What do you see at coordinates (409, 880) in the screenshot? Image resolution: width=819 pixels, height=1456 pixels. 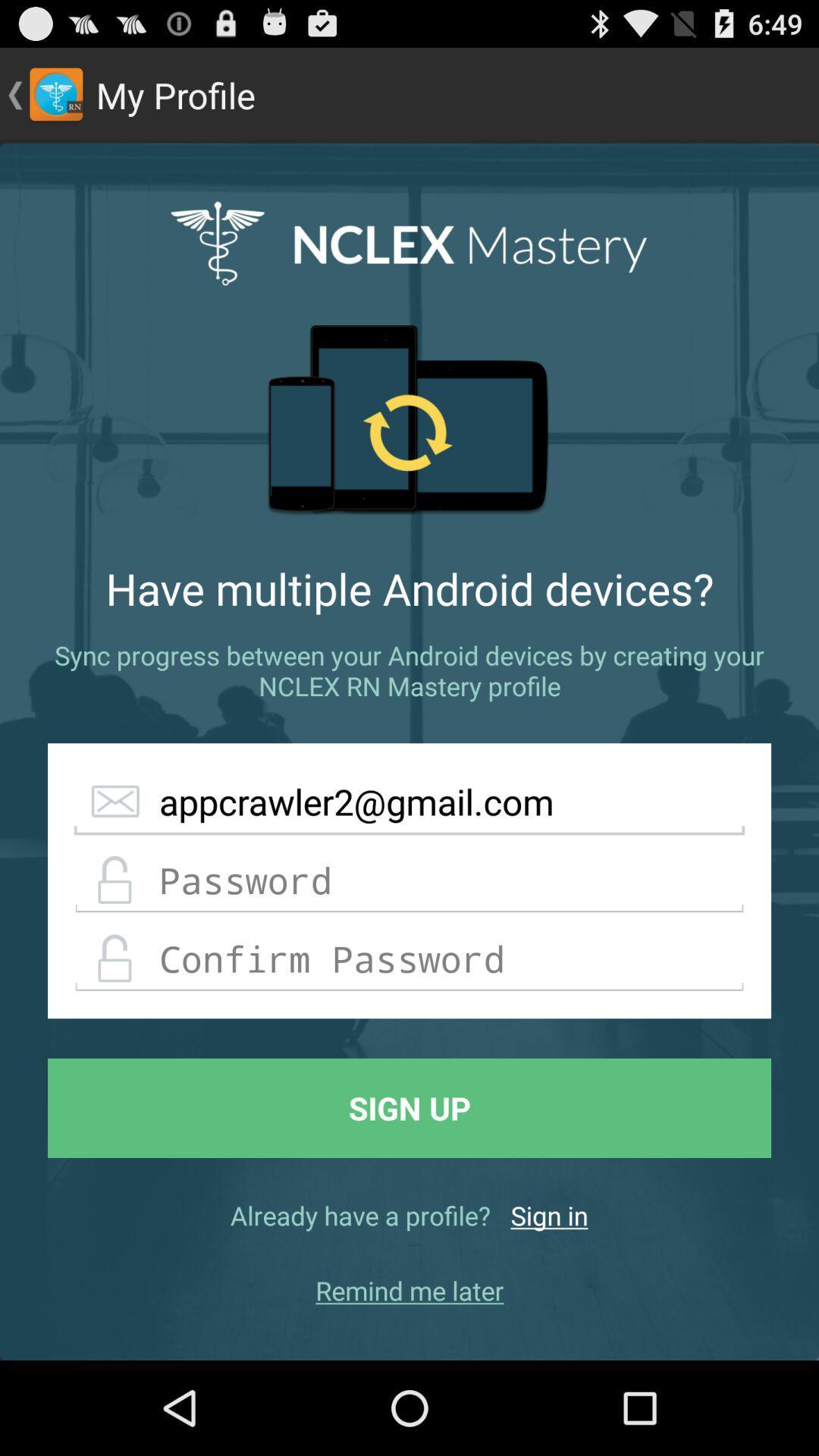 I see `box to enter password` at bounding box center [409, 880].